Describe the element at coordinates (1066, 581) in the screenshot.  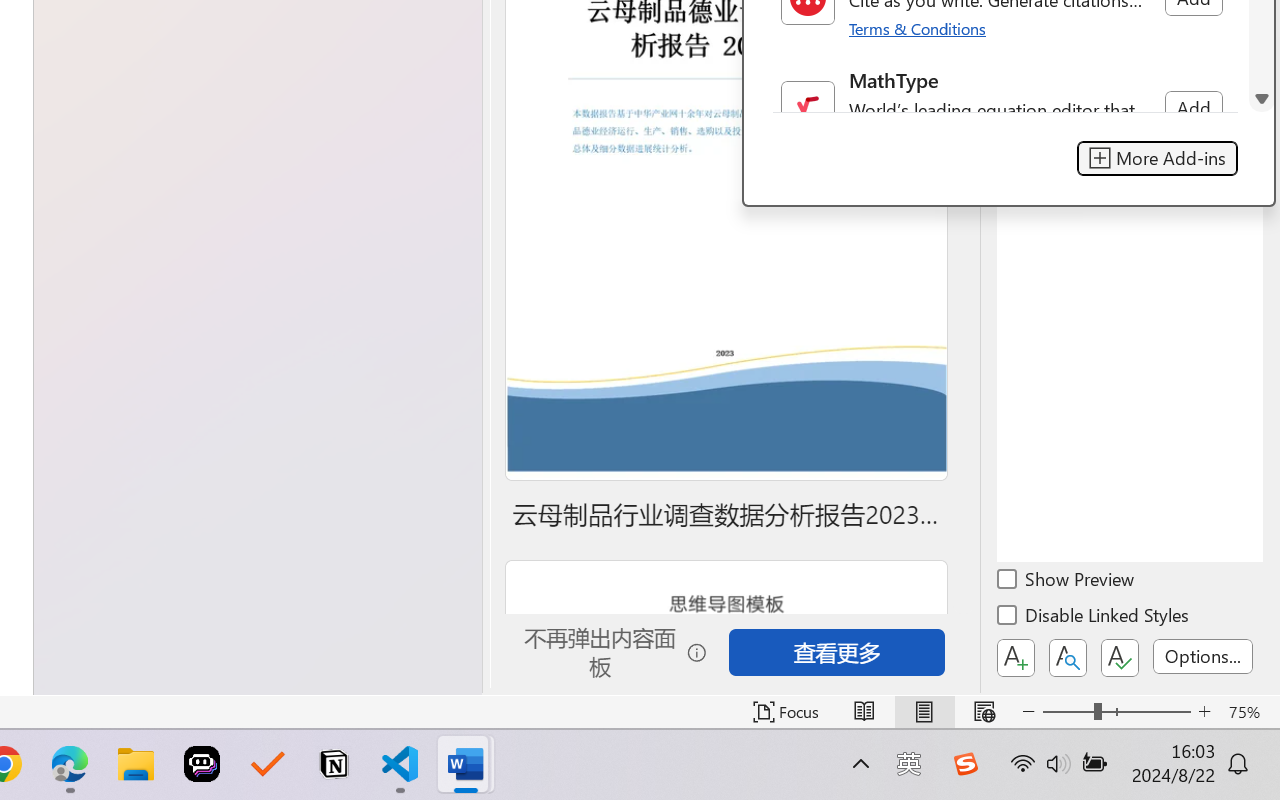
I see `'Show Preview'` at that location.